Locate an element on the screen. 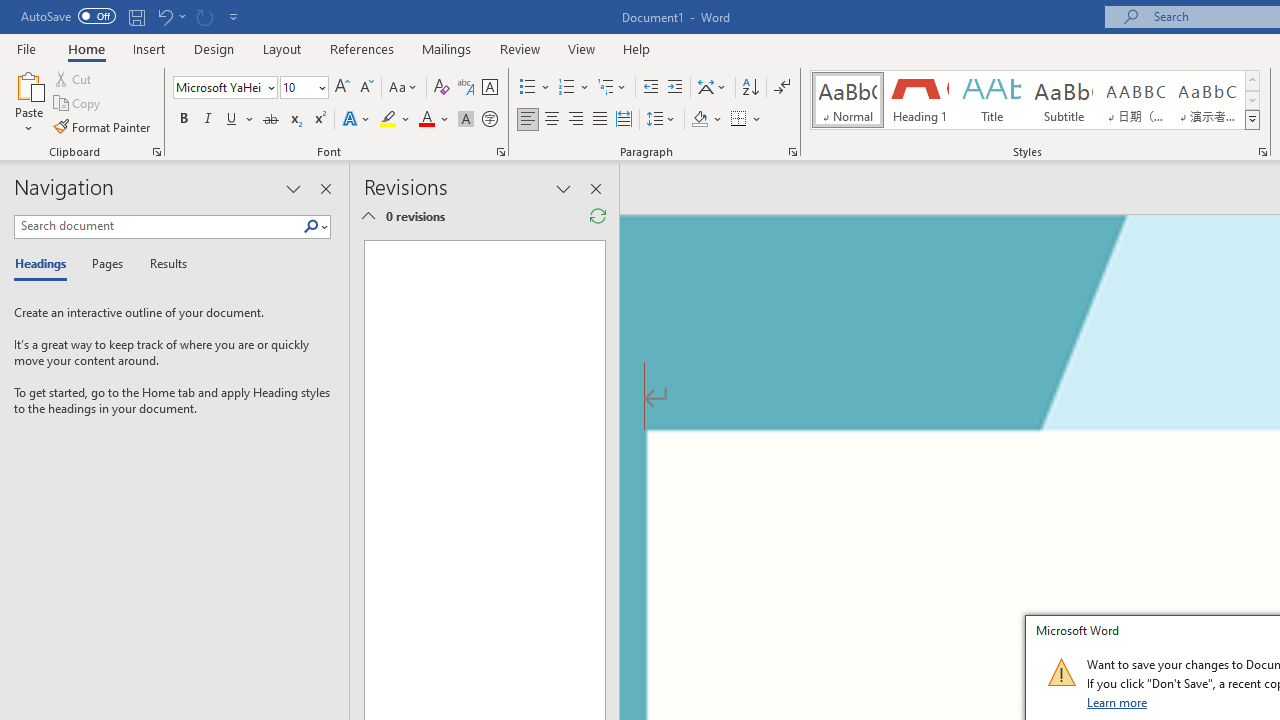 The image size is (1280, 720). 'Undo Paragraph Alignment' is located at coordinates (164, 16).